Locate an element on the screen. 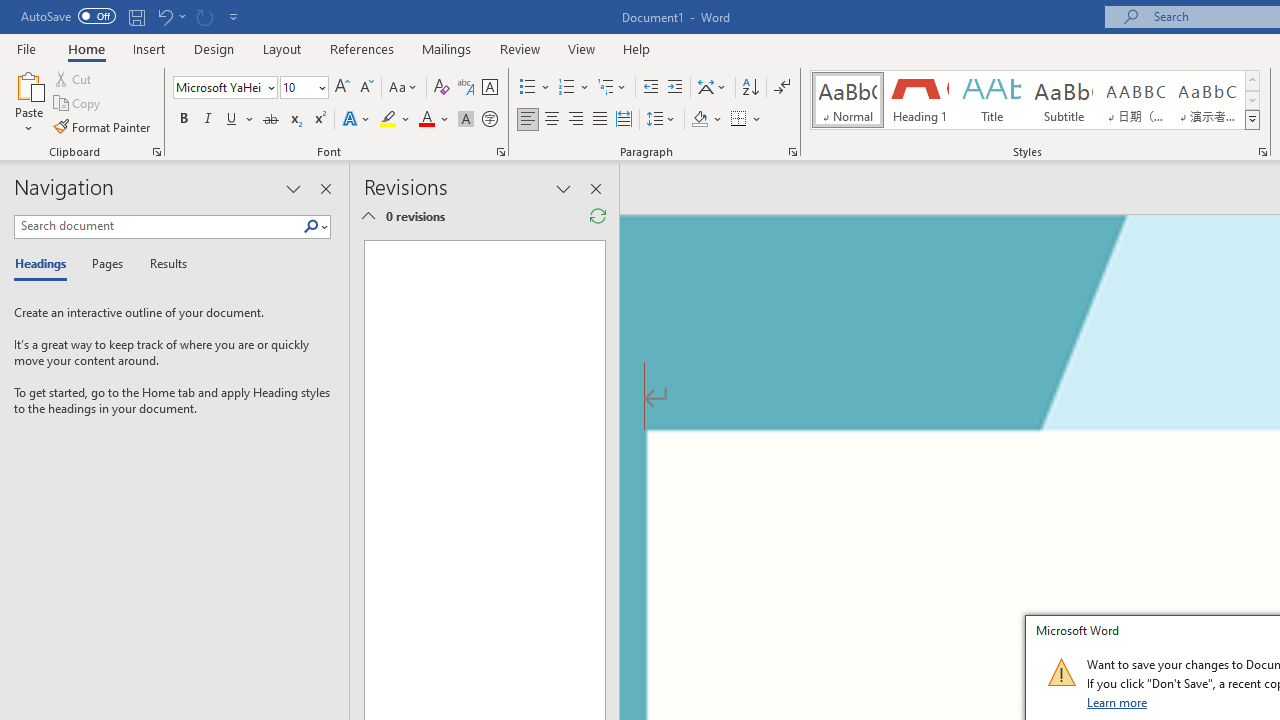 The image size is (1280, 720). 'Undo Paragraph Alignment' is located at coordinates (164, 16).